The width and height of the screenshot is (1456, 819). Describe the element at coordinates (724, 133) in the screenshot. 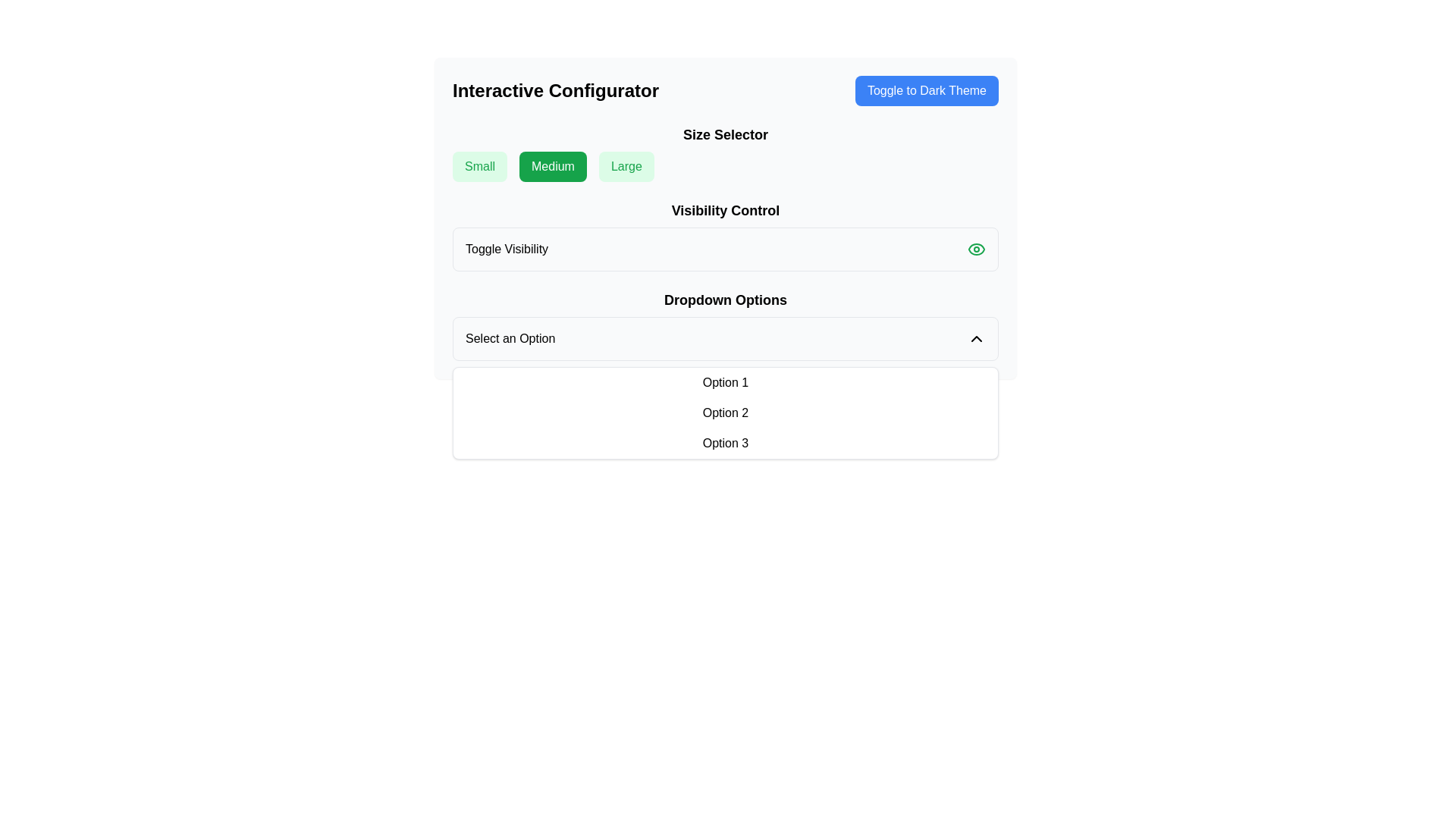

I see `the 'Size Selector' text label, which is a bold and larger font styled element located at the top of the selectable options` at that location.